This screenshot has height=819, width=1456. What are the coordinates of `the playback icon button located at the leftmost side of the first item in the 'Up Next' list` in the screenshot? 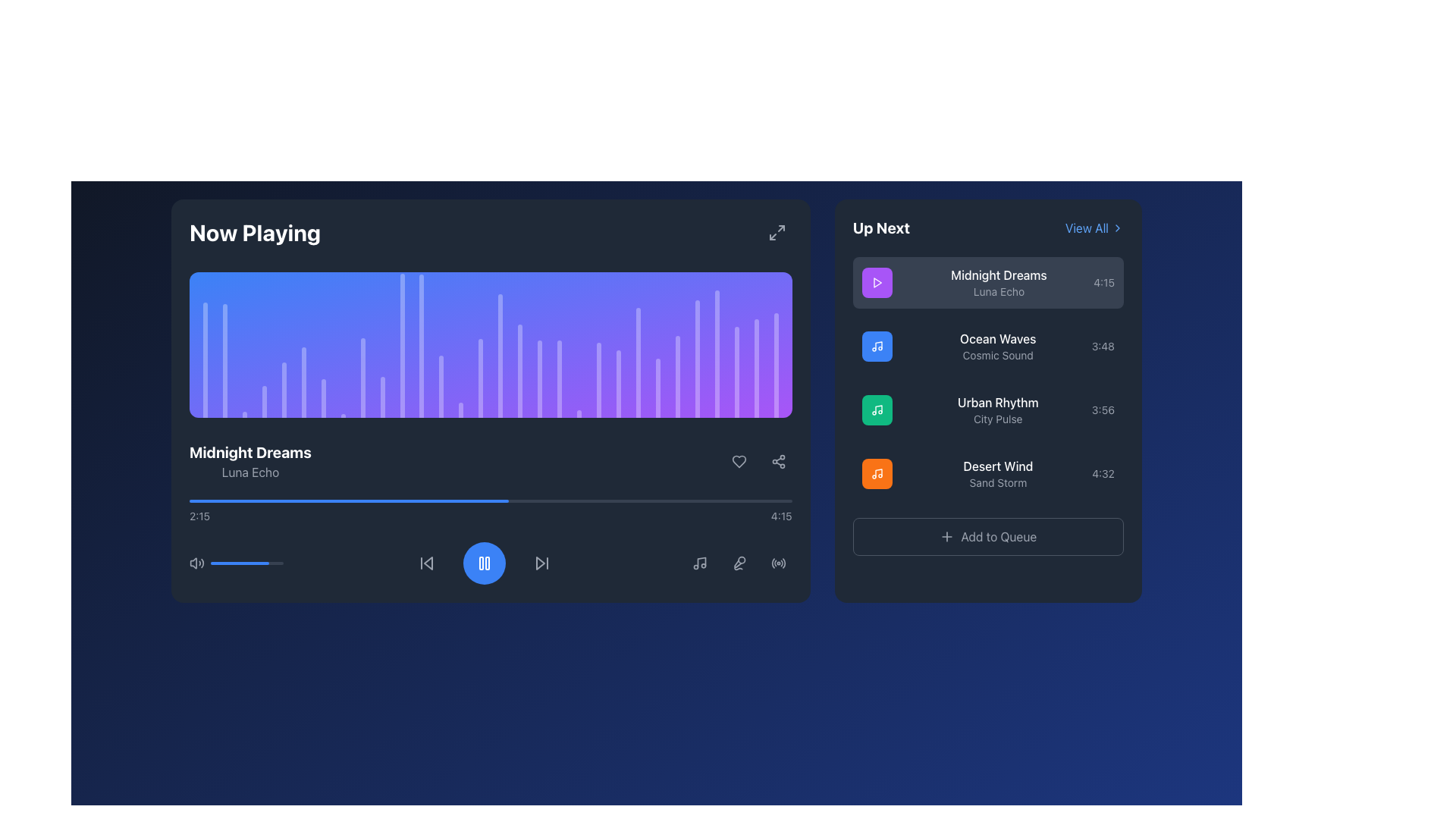 It's located at (877, 283).